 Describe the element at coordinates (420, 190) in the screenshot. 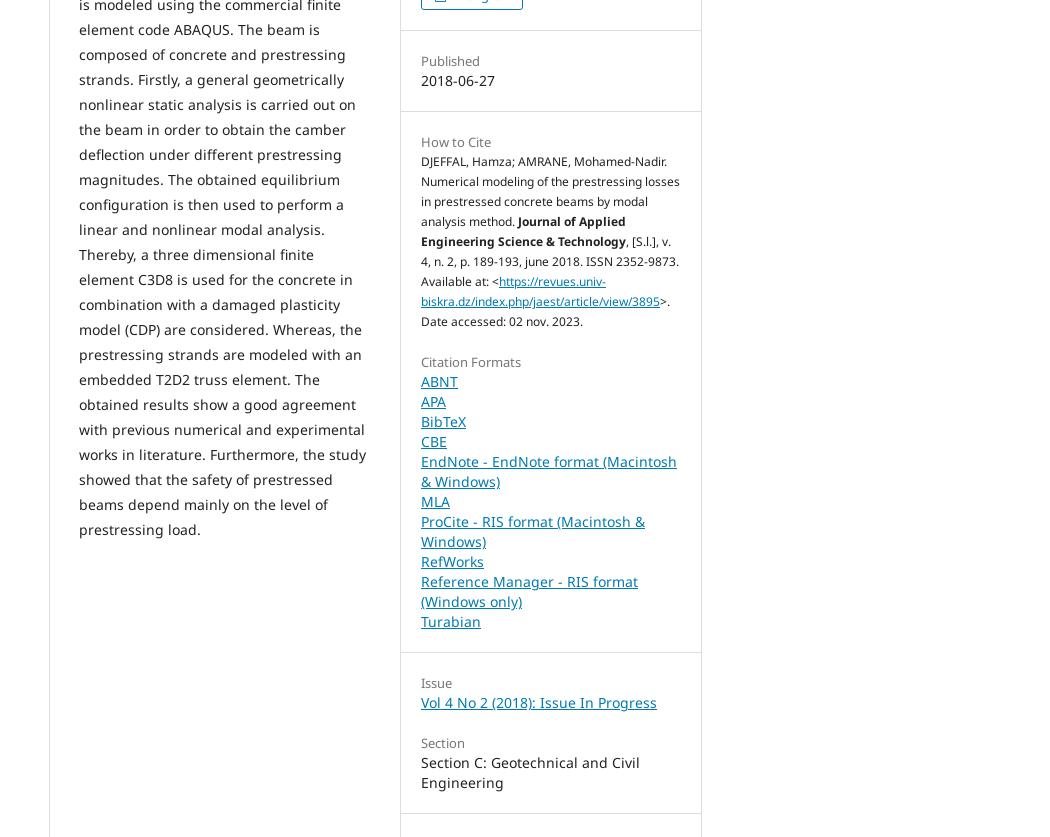

I see `'DJEFFAL, Hamza; 						AMRANE, Mohamed-Nadir.
 Numerical modeling of the prestressing losses in prestressed concrete beams by modal analysis method.'` at that location.